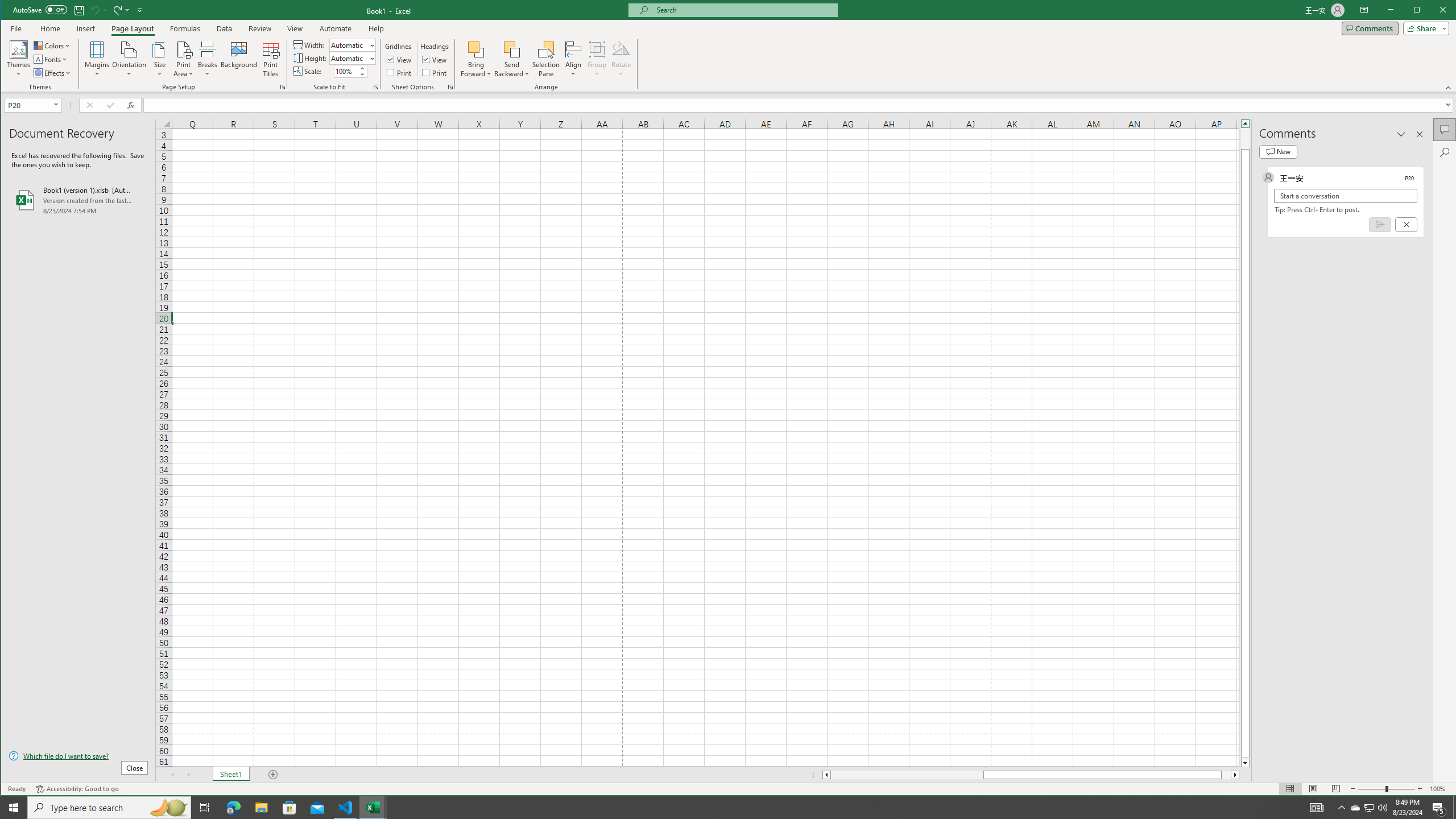 The width and height of the screenshot is (1456, 819). Describe the element at coordinates (183, 59) in the screenshot. I see `'Print Area'` at that location.